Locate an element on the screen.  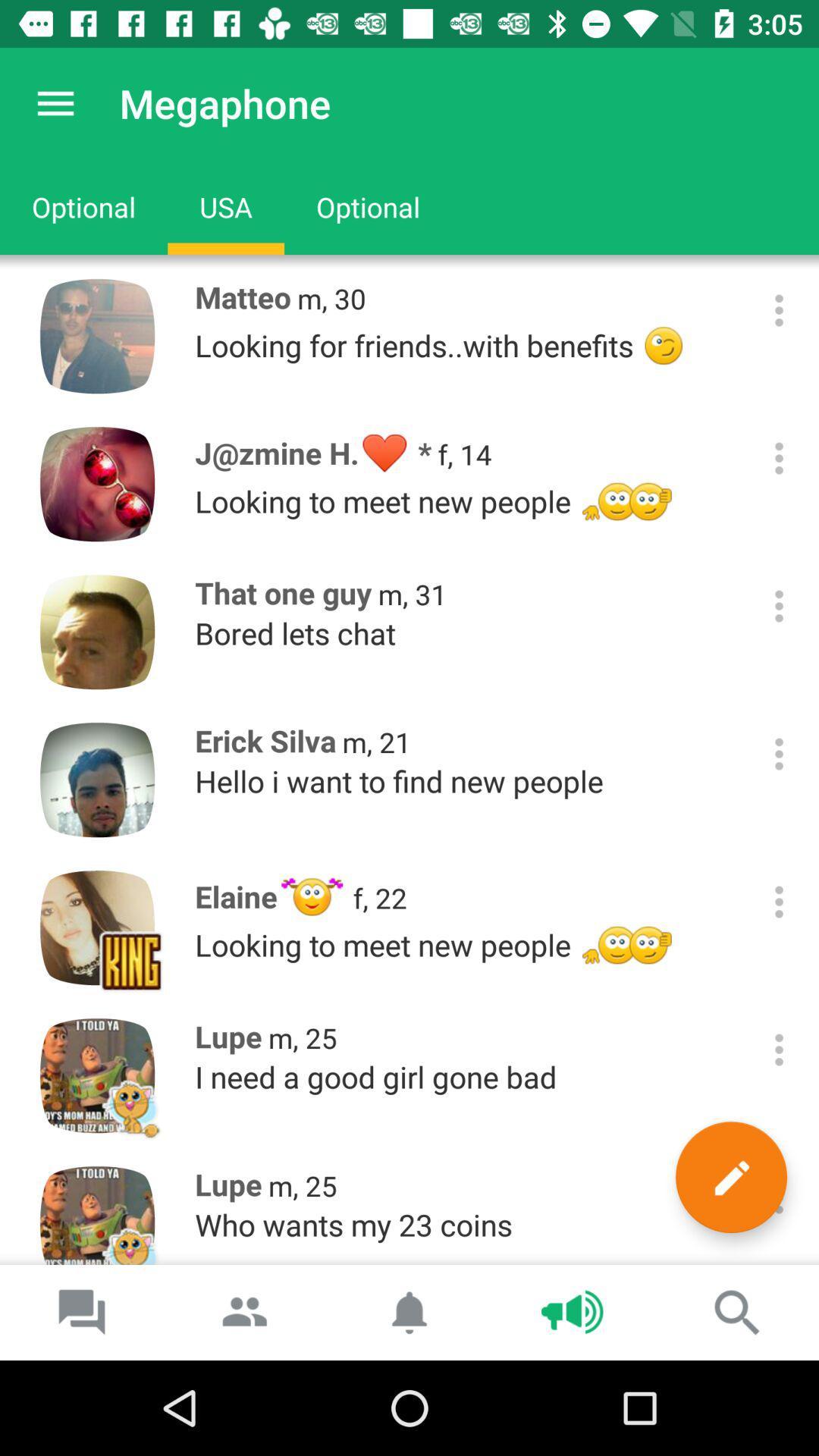
icon next to megaphone icon is located at coordinates (55, 102).